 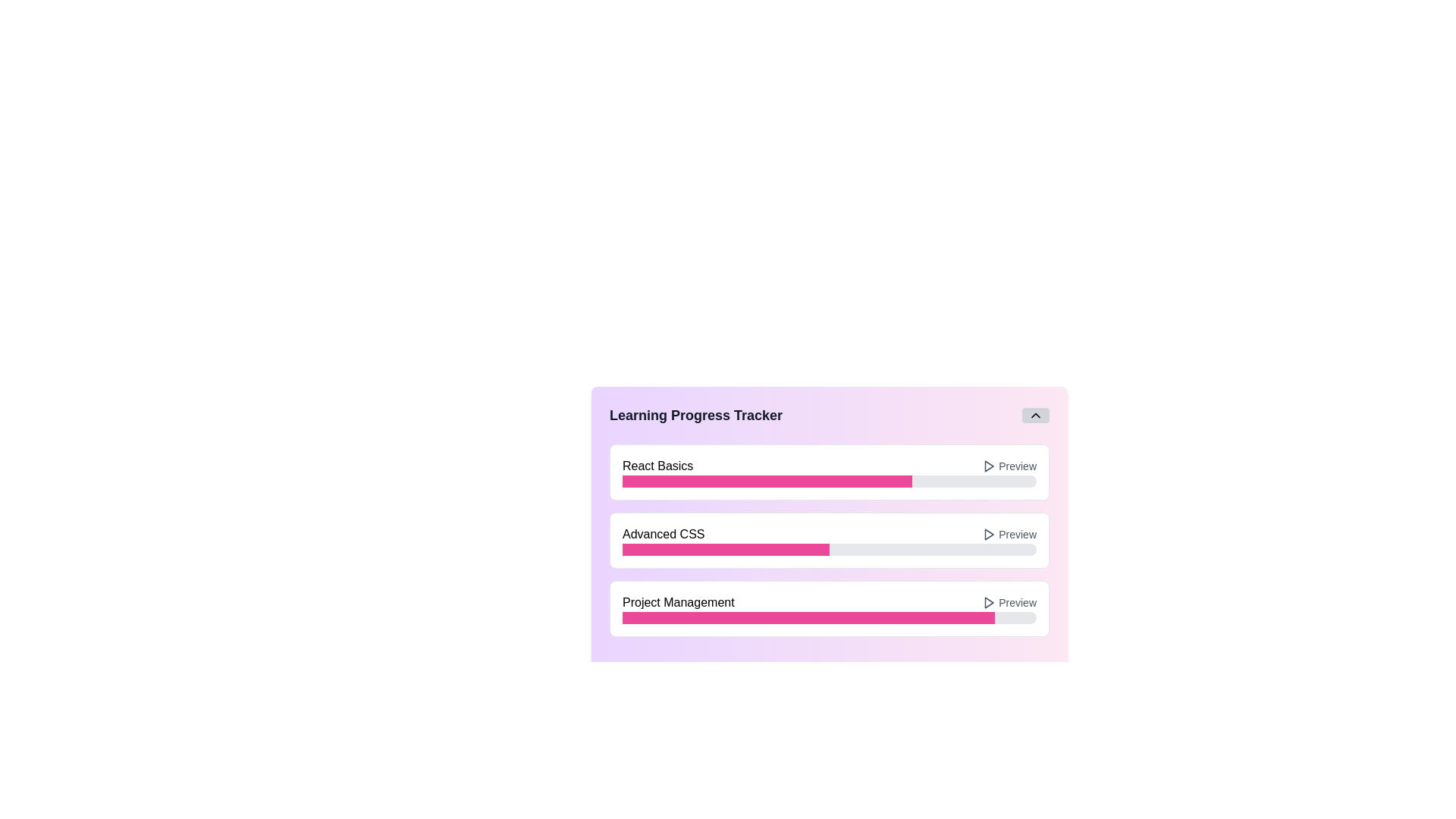 I want to click on the small button with a triangular play symbol and the text 'Preview' located in the 'Learning Progress Tracker' section for the 'Advanced CSS' item, so click(x=1009, y=534).